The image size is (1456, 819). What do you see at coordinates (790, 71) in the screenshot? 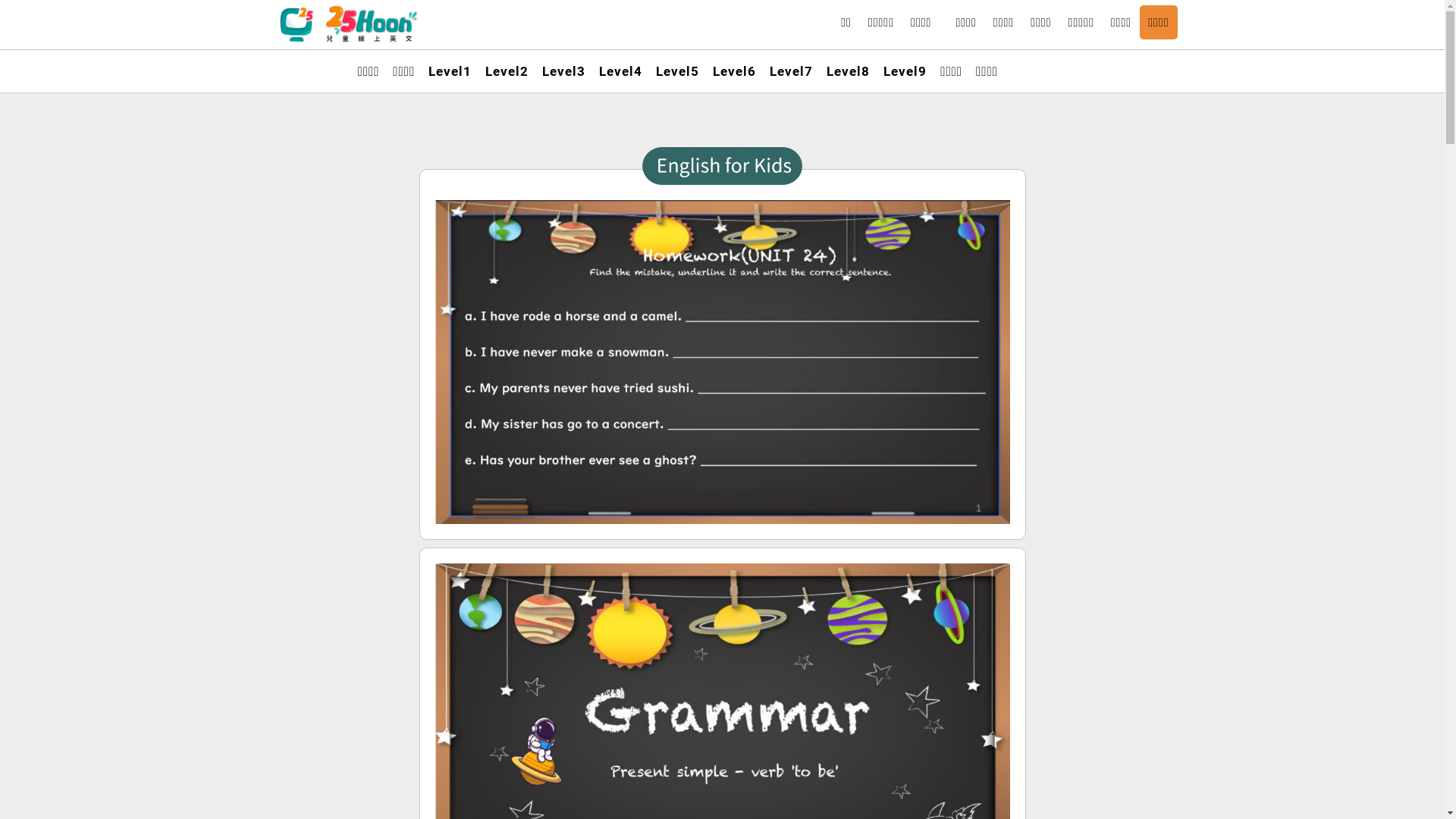
I see `'Level7'` at bounding box center [790, 71].